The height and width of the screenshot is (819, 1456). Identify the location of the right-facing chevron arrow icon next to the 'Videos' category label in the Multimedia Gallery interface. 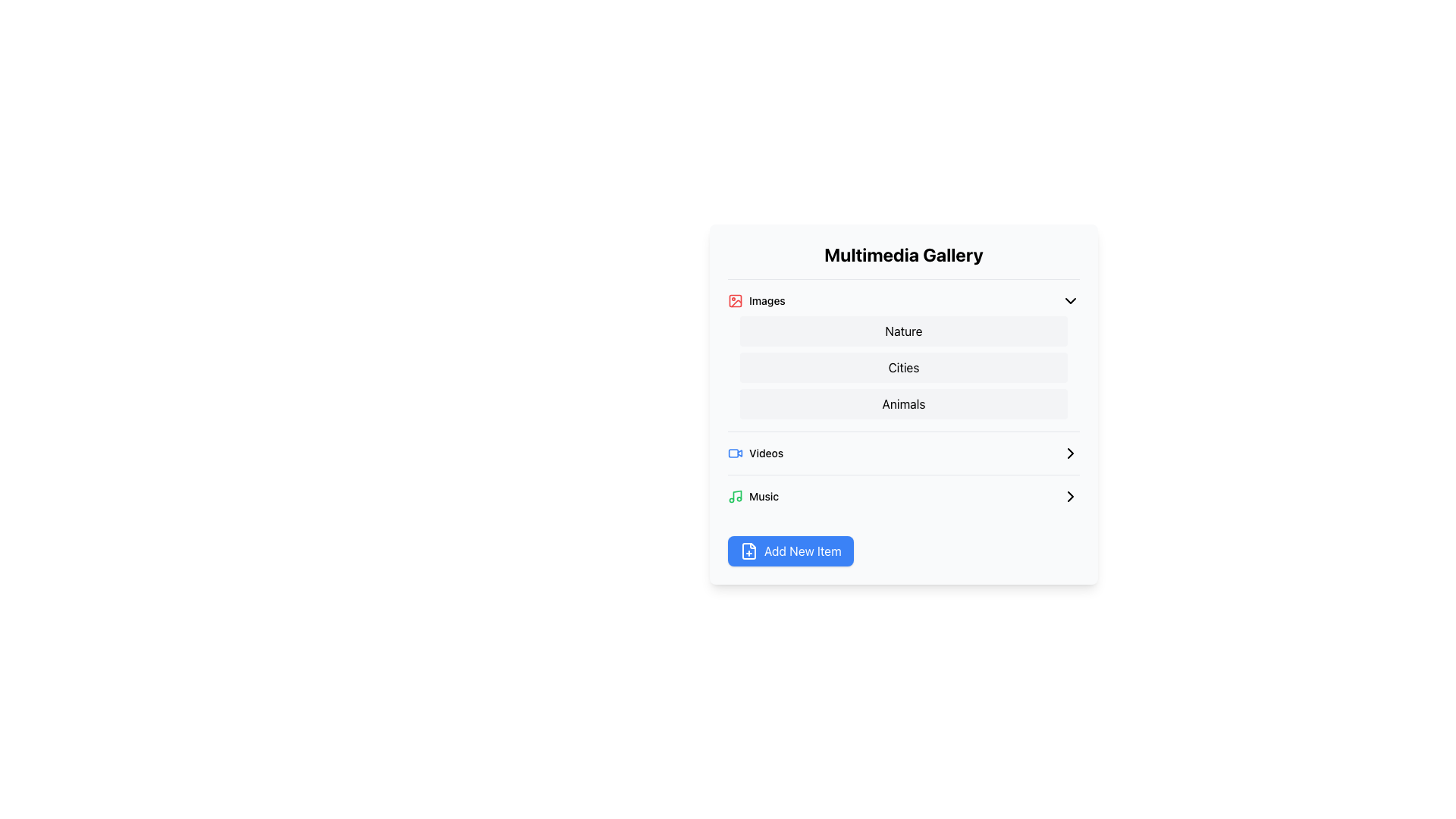
(1069, 452).